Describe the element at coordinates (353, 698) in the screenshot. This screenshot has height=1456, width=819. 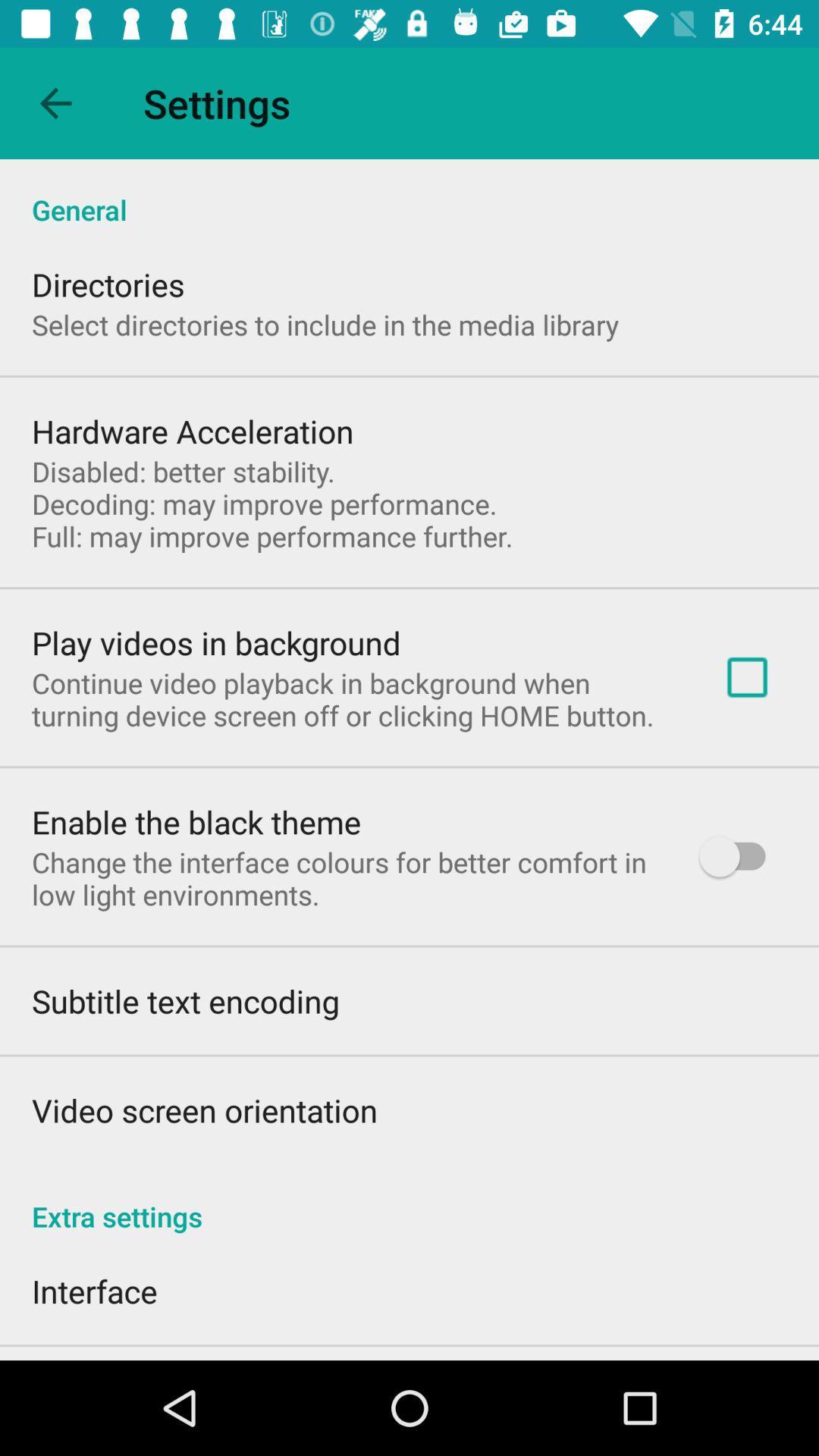
I see `continue video playback` at that location.